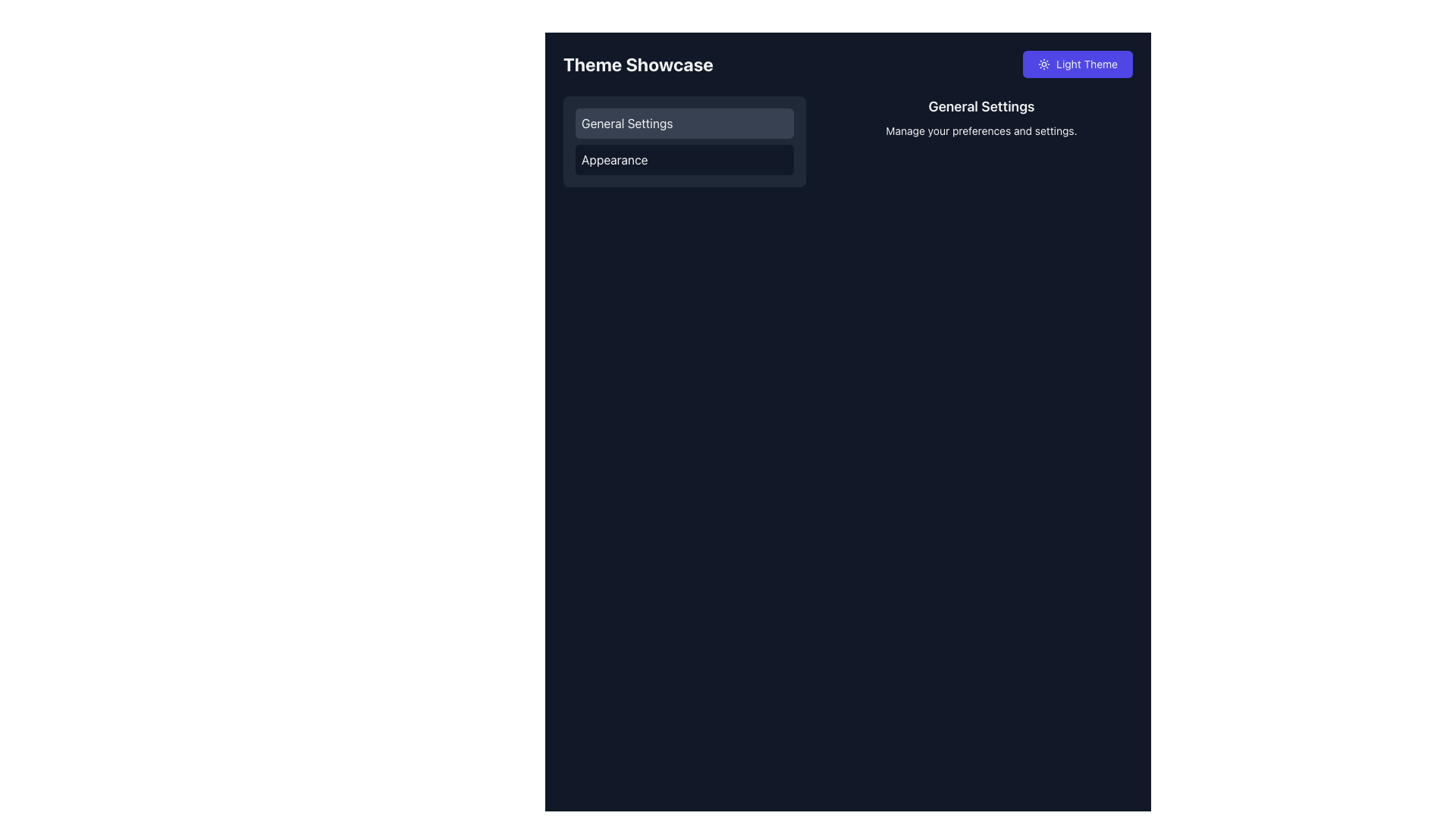  Describe the element at coordinates (1077, 63) in the screenshot. I see `the 'Light Theme' button, which is a horizontally rectangular button with a purple background and a sun icon, located in the top-right corner of the application interface` at that location.